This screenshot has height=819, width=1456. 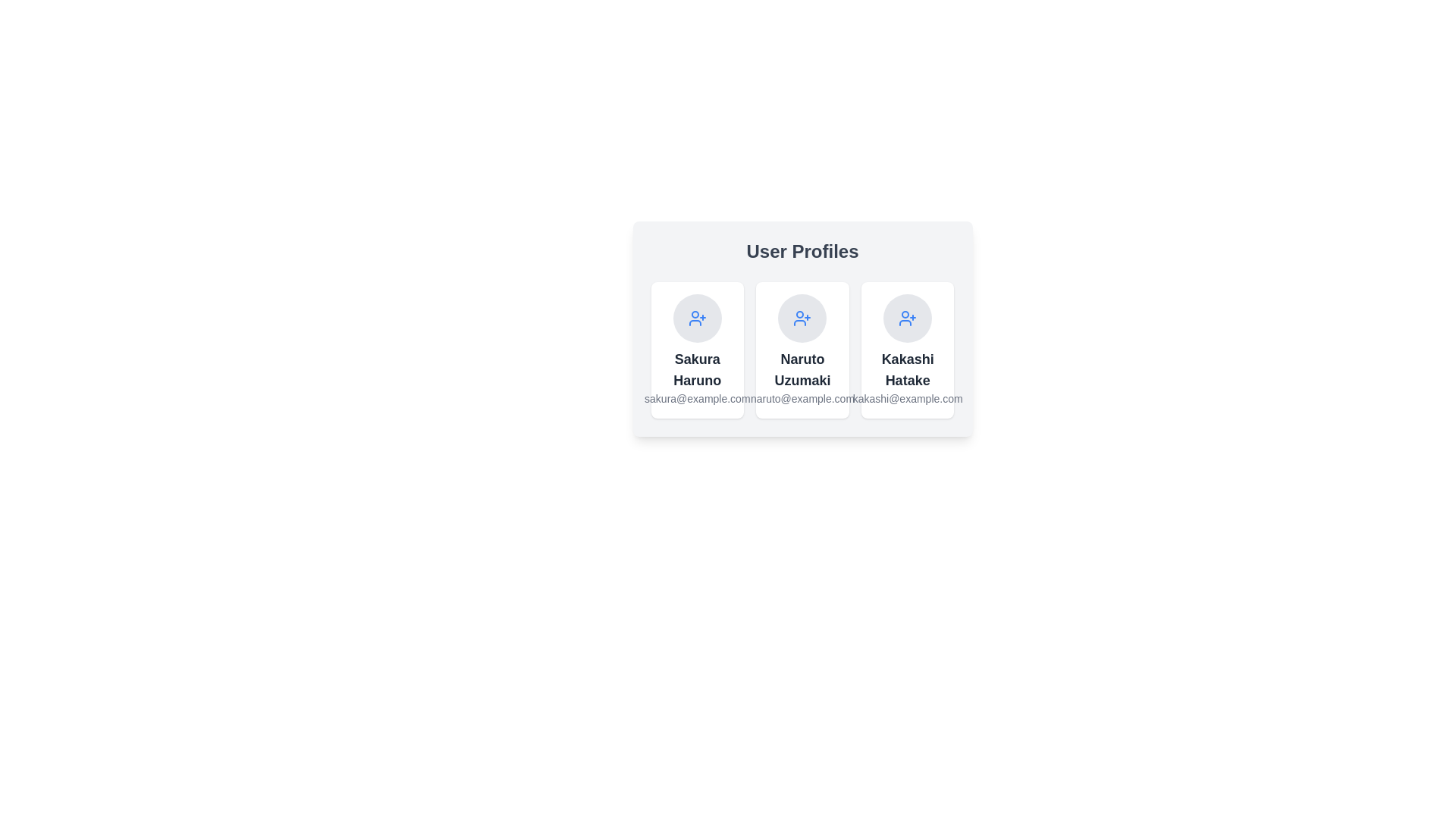 I want to click on displayed name from the text label located in the third profile card, positioned below the avatar icon and above the email address 'kakashi@example.com', so click(x=908, y=370).